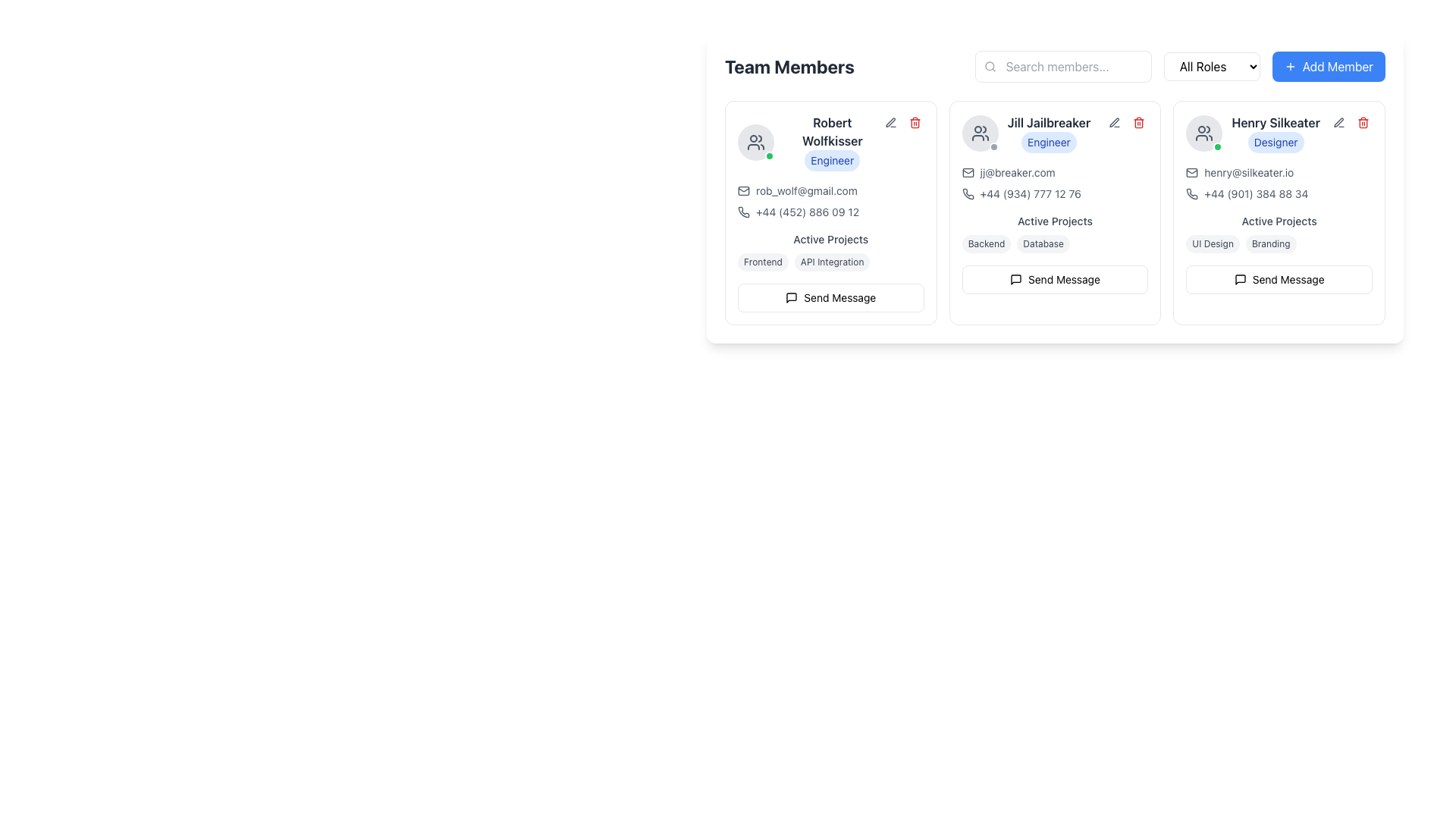 The width and height of the screenshot is (1456, 819). What do you see at coordinates (1191, 193) in the screenshot?
I see `the stylized phone icon button located next to the email address of 'Henry Silkeater'` at bounding box center [1191, 193].